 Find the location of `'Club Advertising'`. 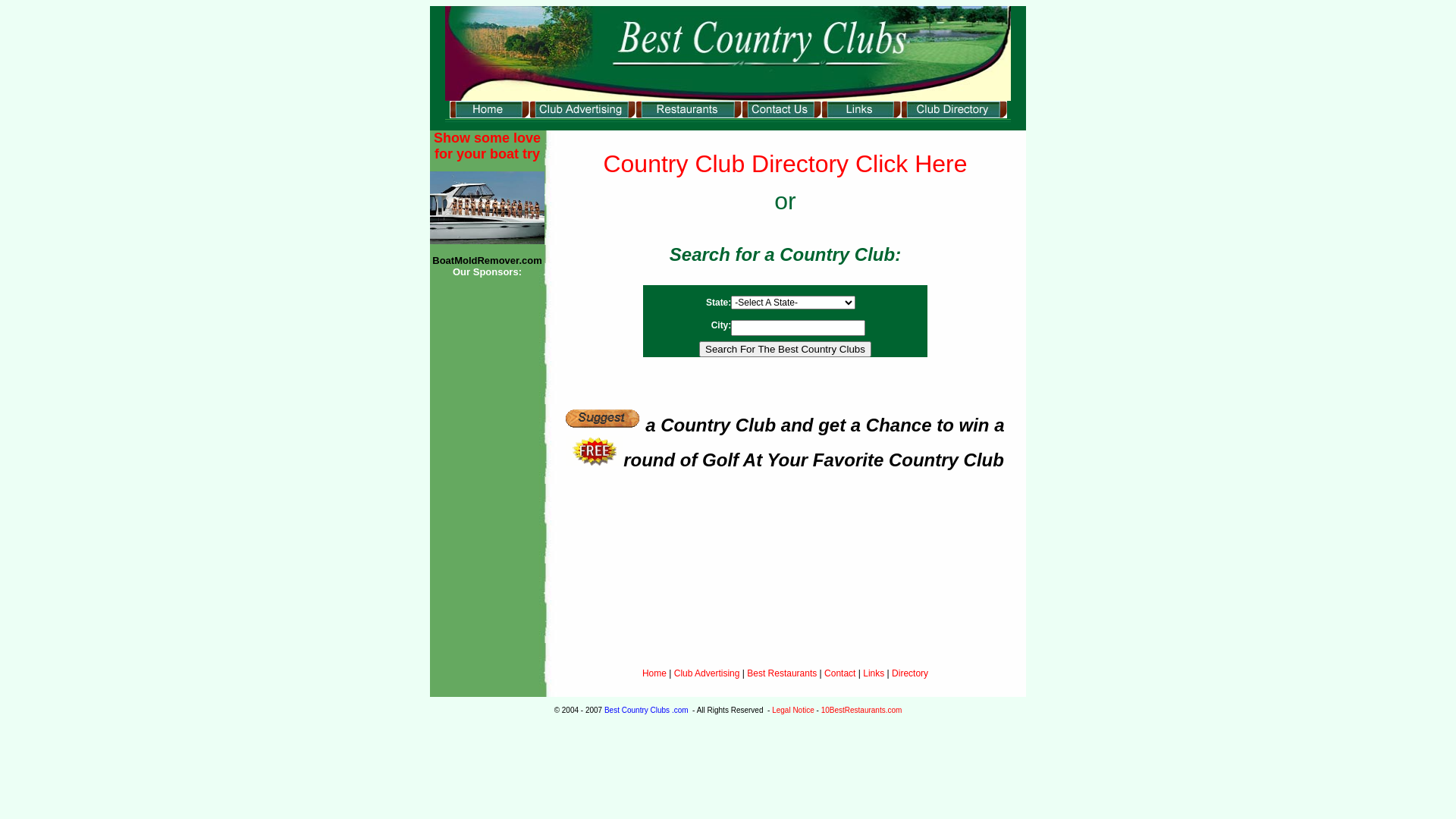

'Club Advertising' is located at coordinates (708, 672).